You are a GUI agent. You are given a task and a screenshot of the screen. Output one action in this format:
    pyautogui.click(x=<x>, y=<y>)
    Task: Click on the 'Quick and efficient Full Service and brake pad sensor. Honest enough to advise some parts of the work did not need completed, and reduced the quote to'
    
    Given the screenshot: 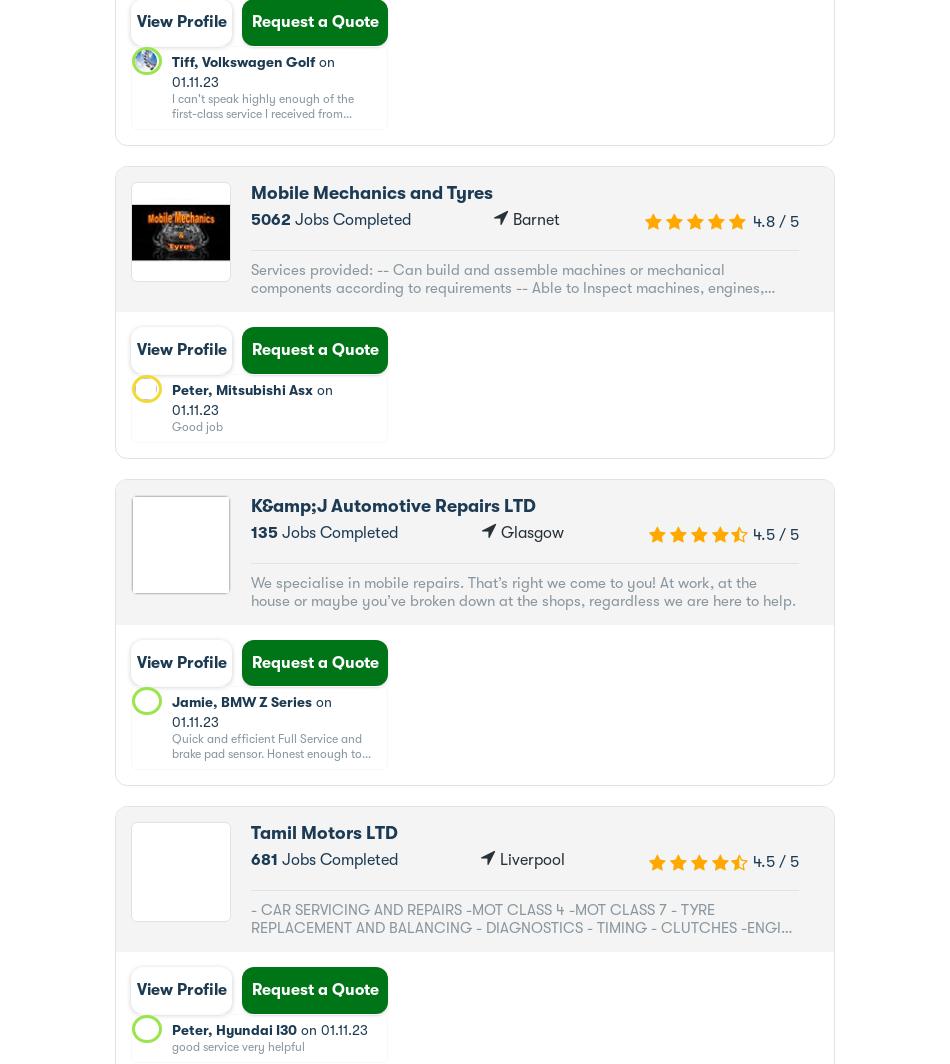 What is the action you would take?
    pyautogui.click(x=270, y=768)
    